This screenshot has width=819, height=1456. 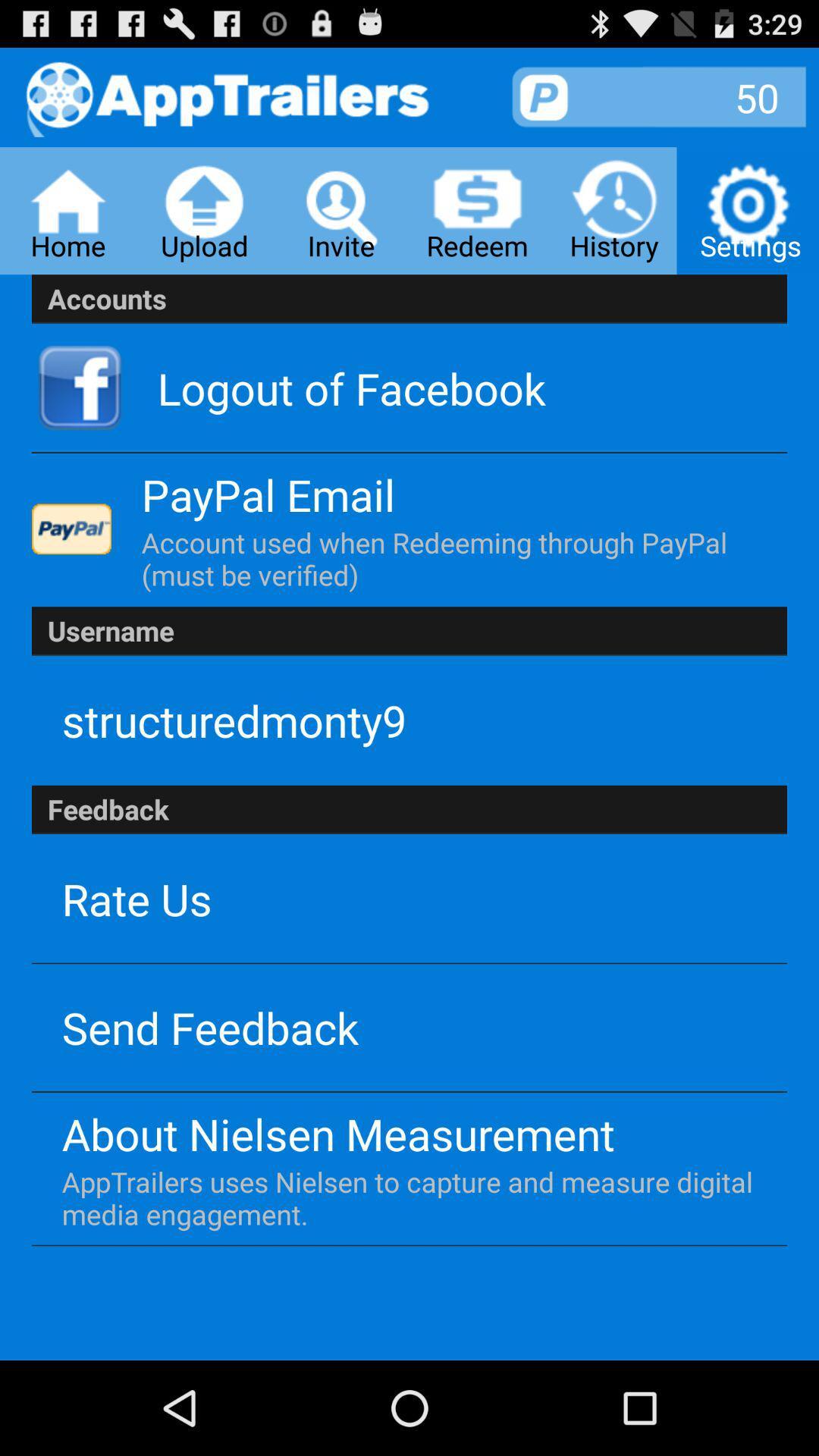 What do you see at coordinates (210, 1027) in the screenshot?
I see `app at the bottom left corner` at bounding box center [210, 1027].